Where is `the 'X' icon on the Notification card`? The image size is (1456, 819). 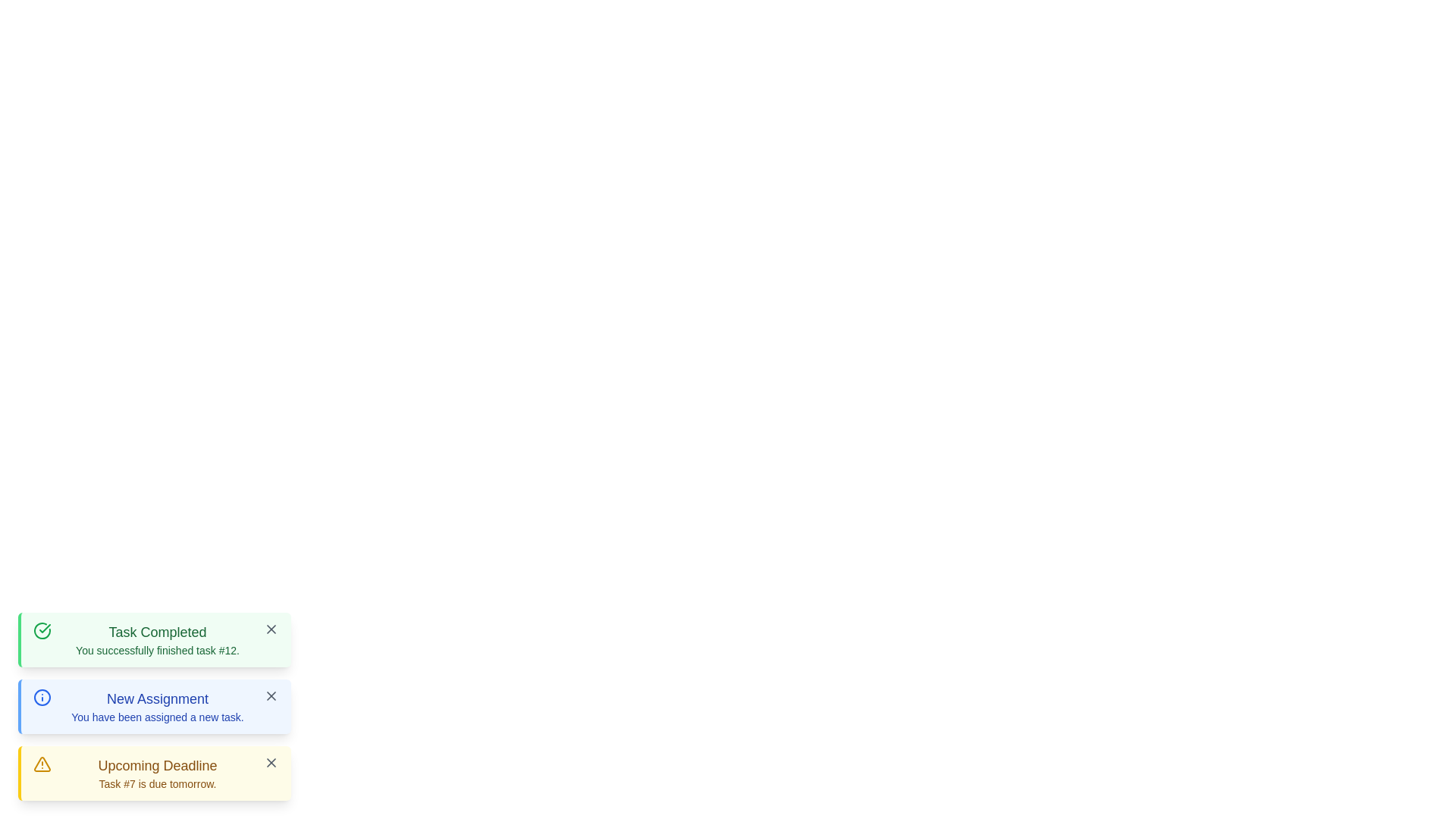
the 'X' icon on the Notification card is located at coordinates (154, 640).